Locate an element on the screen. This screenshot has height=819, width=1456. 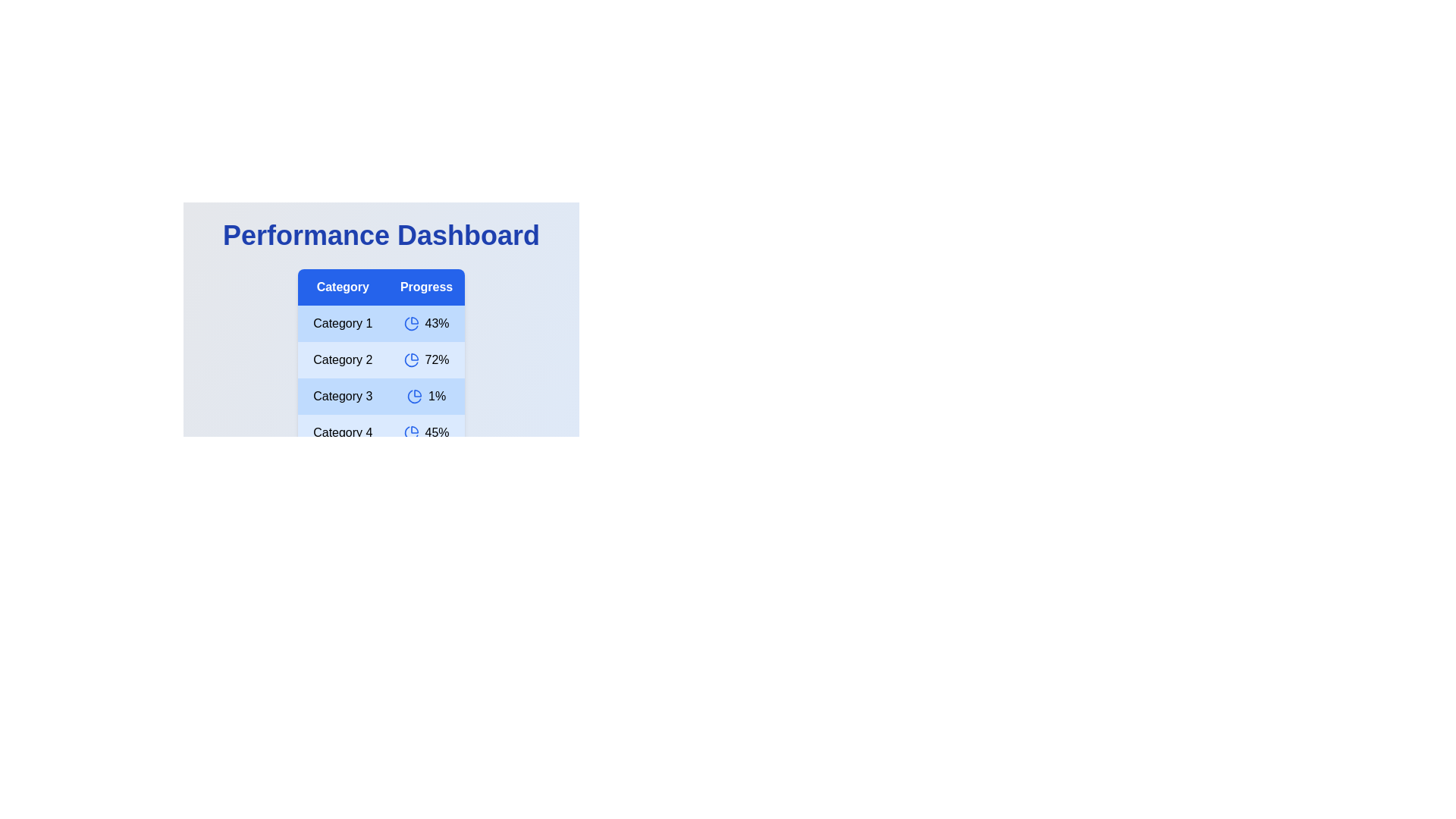
the pie chart icons for Category 4 category is located at coordinates (411, 432).